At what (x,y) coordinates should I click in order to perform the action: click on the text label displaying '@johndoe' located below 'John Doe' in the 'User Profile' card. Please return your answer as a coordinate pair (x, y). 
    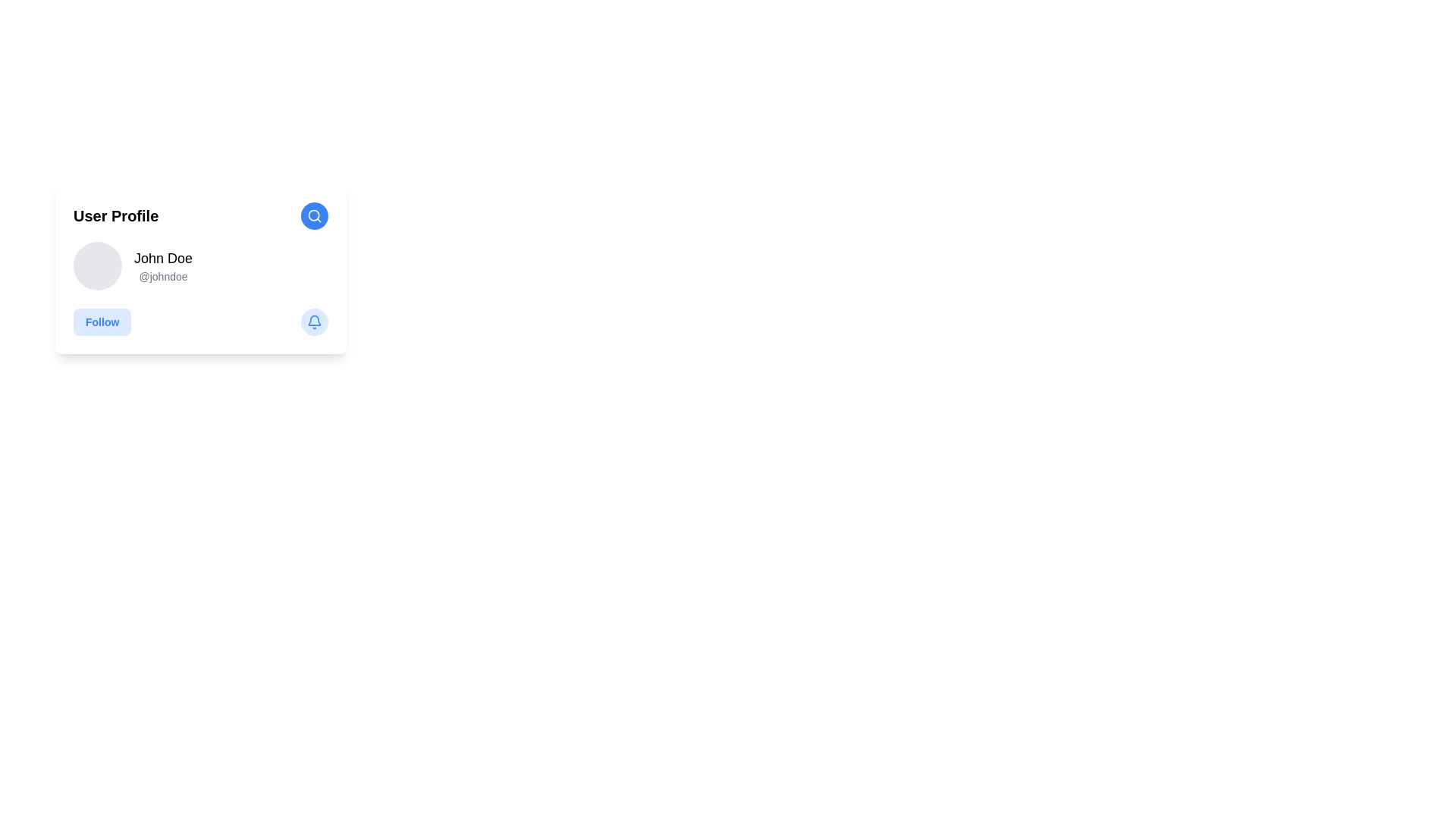
    Looking at the image, I should click on (163, 277).